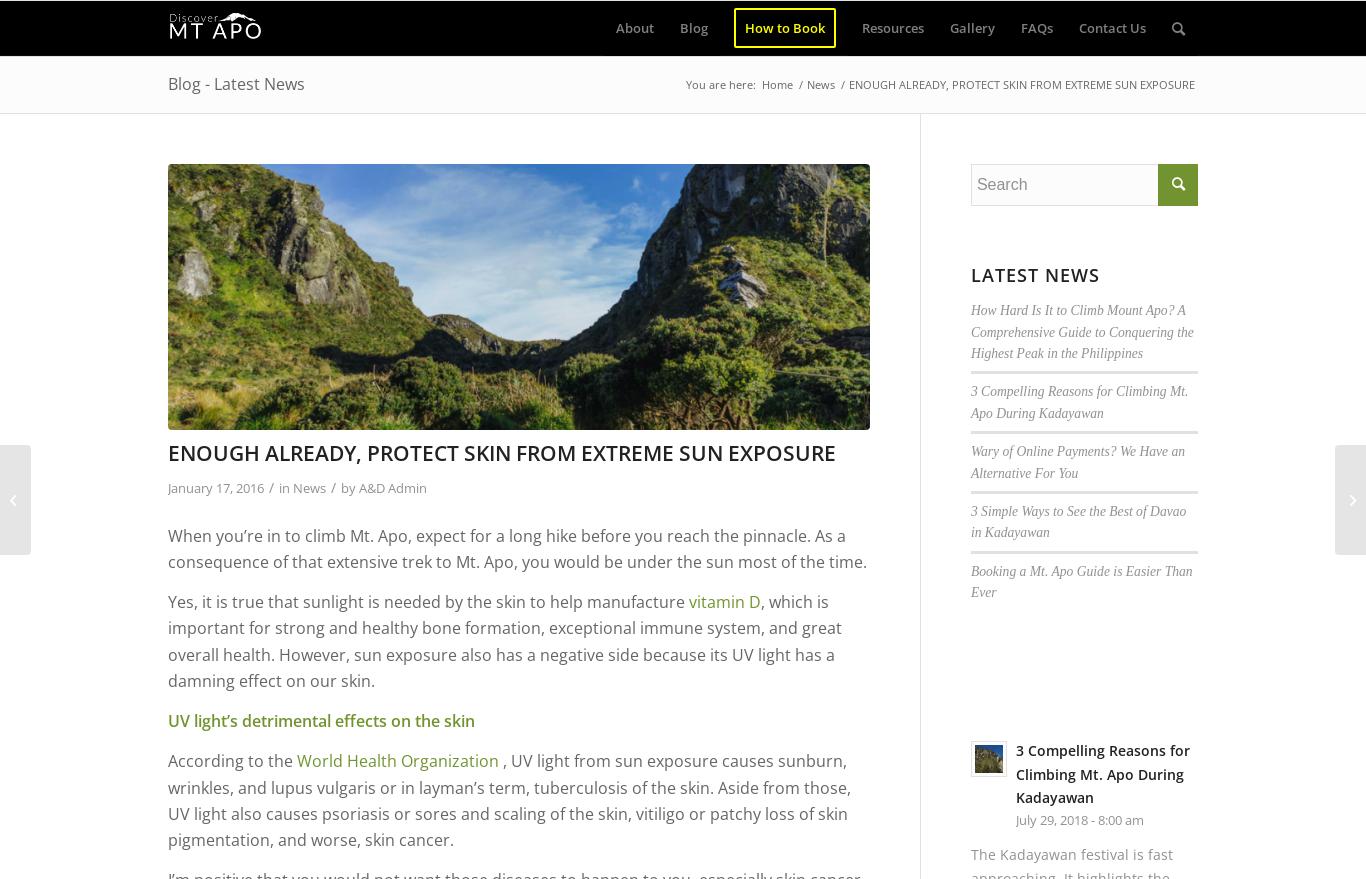  What do you see at coordinates (309, 485) in the screenshot?
I see `'News'` at bounding box center [309, 485].